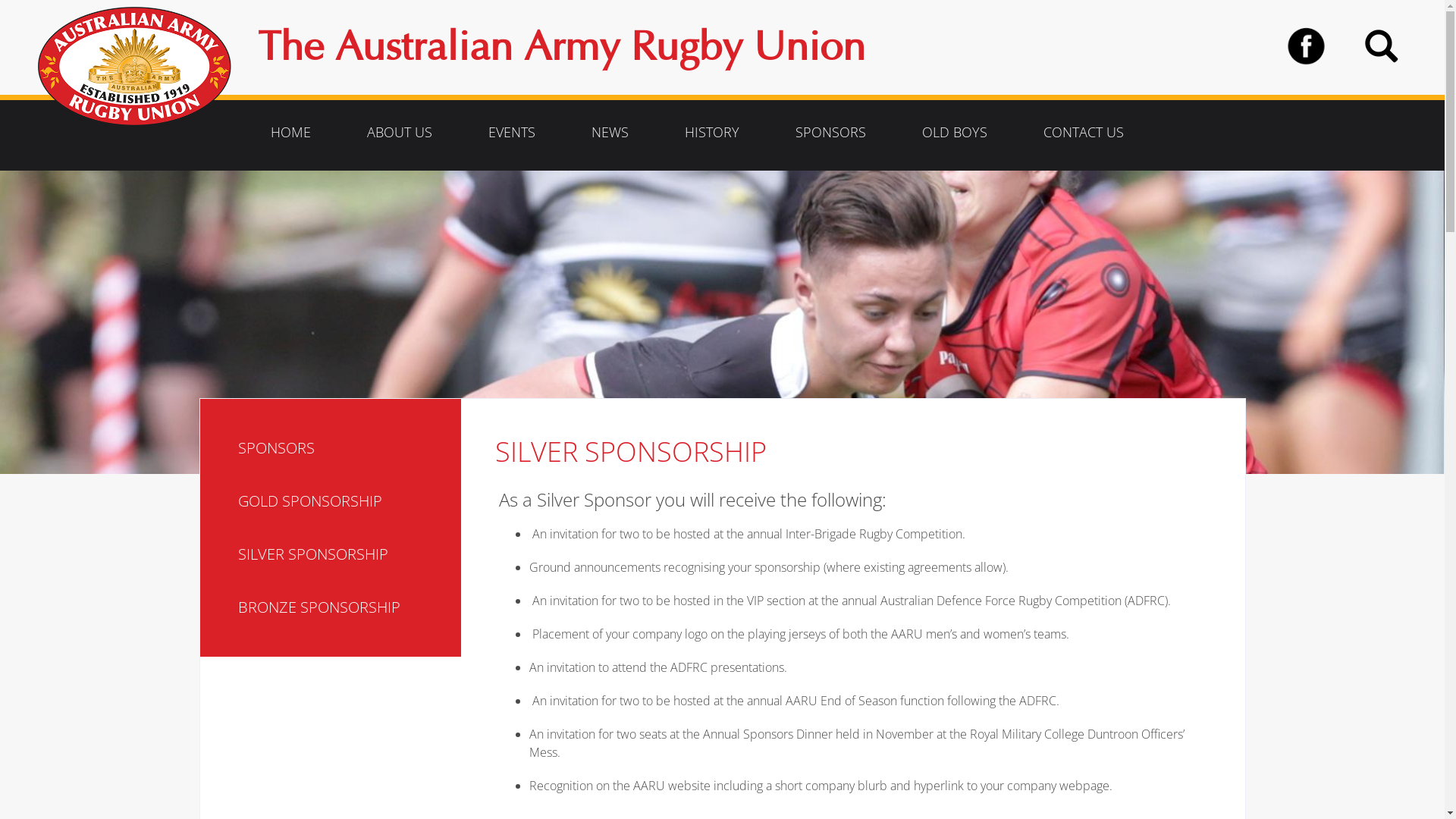 The image size is (1456, 819). What do you see at coordinates (1022, 130) in the screenshot?
I see `'CONTACT US'` at bounding box center [1022, 130].